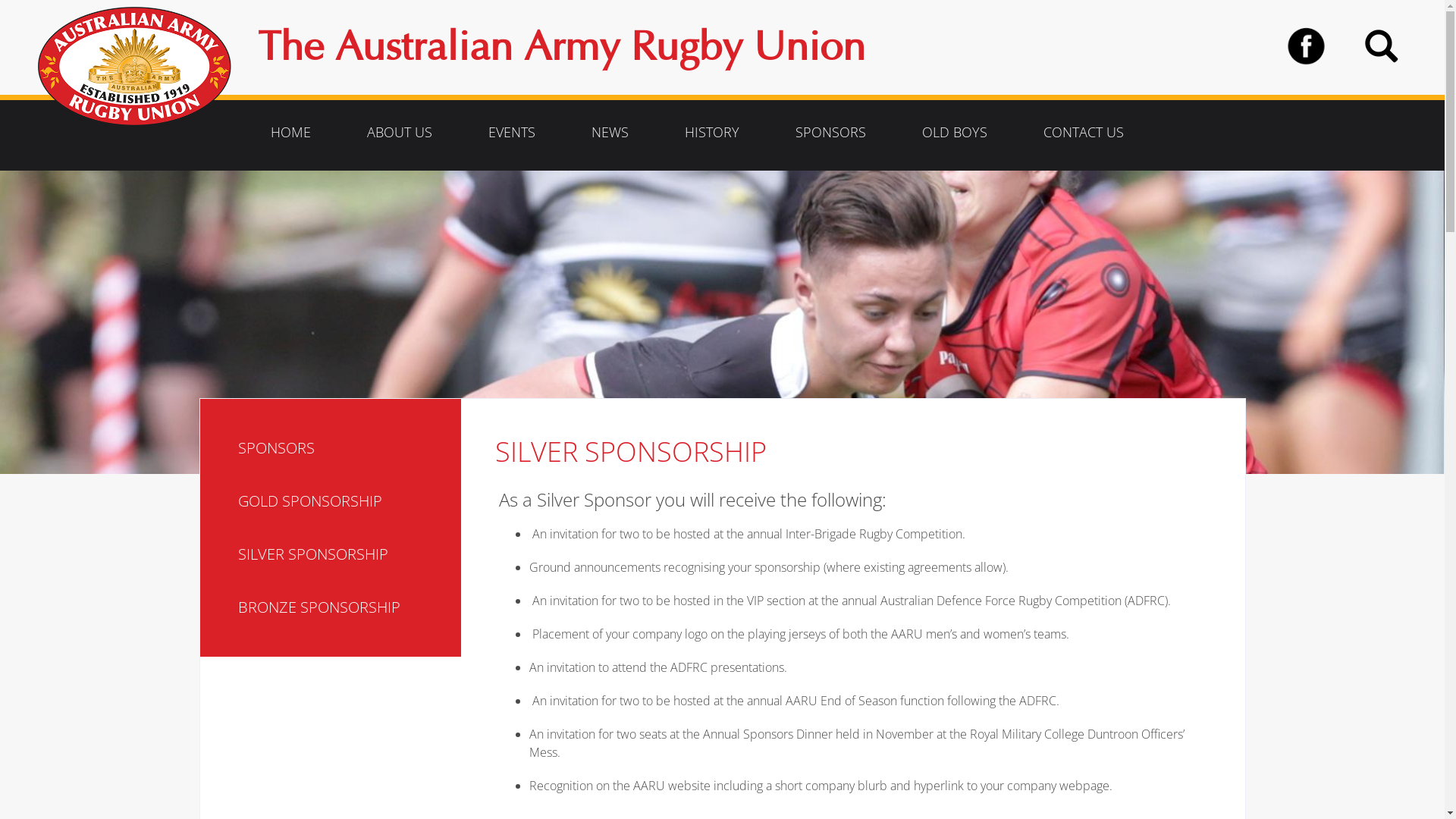 The image size is (1456, 819). What do you see at coordinates (1022, 130) in the screenshot?
I see `'CONTACT US'` at bounding box center [1022, 130].